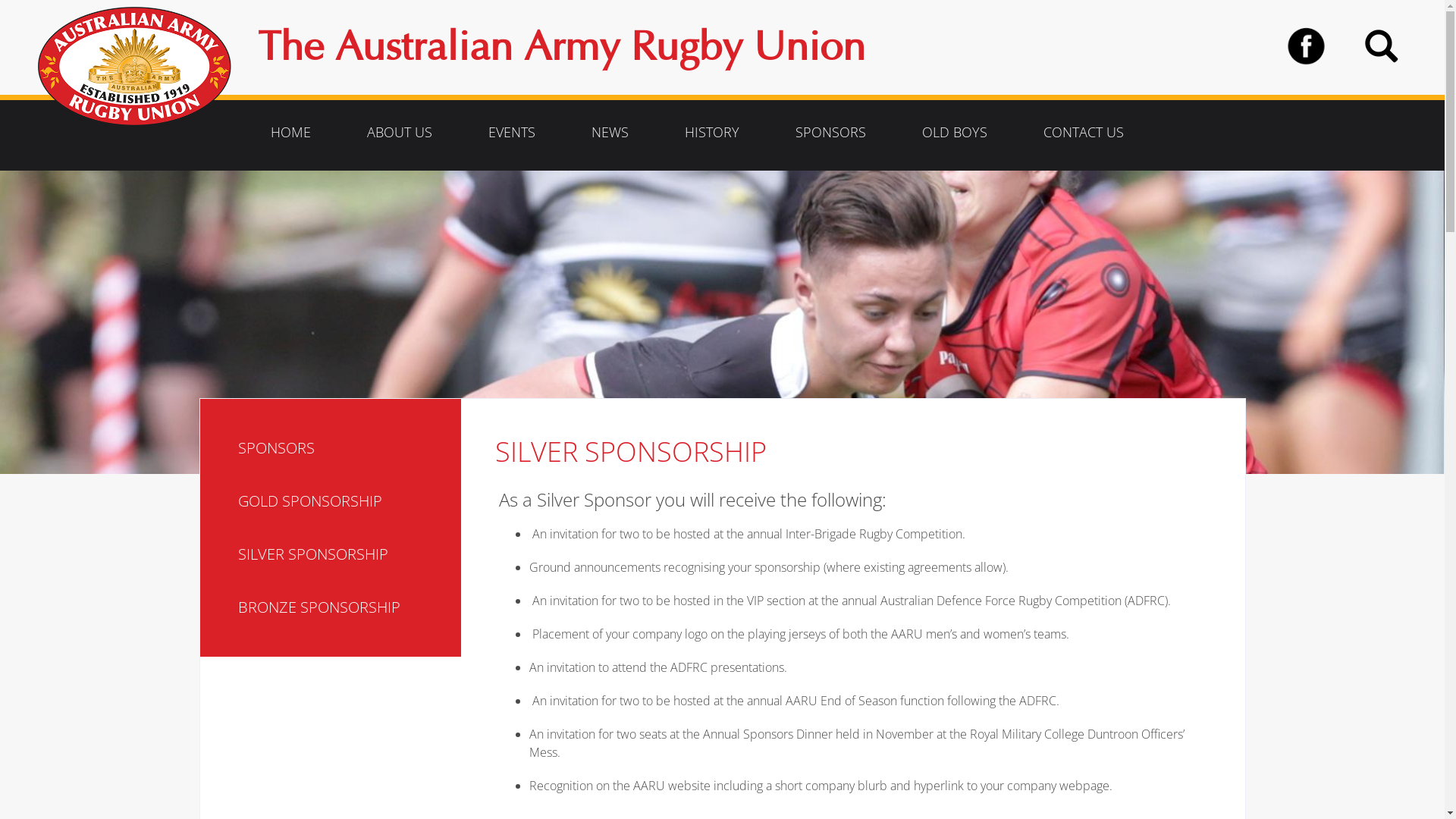 The image size is (1456, 819). What do you see at coordinates (1022, 130) in the screenshot?
I see `'CONTACT US'` at bounding box center [1022, 130].